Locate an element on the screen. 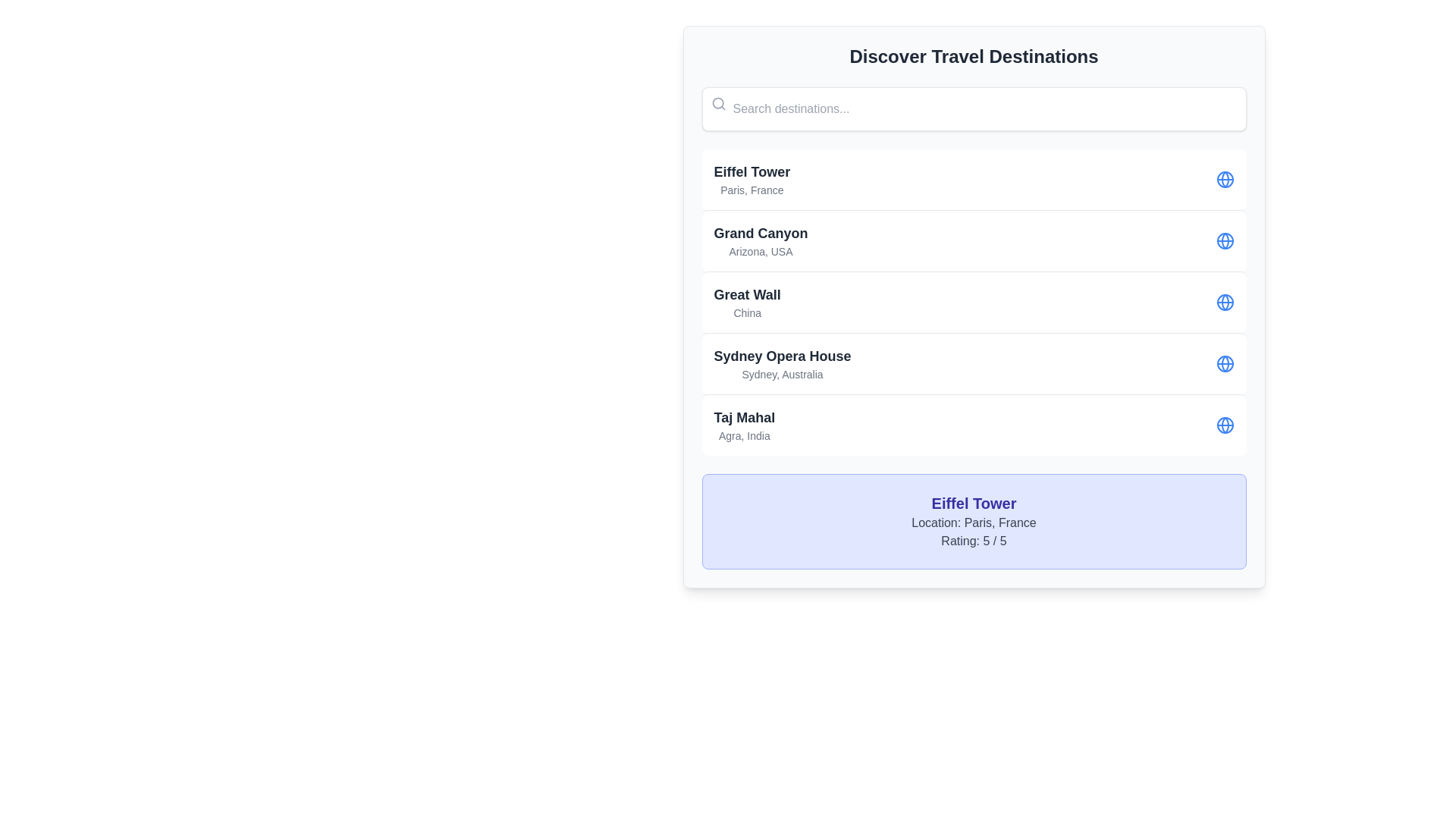 Image resolution: width=1456 pixels, height=819 pixels. the text label displaying 'Rating: 5 / 5' located under the 'Location: Paris, France' within the descriptive card for the Eiffel Tower is located at coordinates (974, 540).